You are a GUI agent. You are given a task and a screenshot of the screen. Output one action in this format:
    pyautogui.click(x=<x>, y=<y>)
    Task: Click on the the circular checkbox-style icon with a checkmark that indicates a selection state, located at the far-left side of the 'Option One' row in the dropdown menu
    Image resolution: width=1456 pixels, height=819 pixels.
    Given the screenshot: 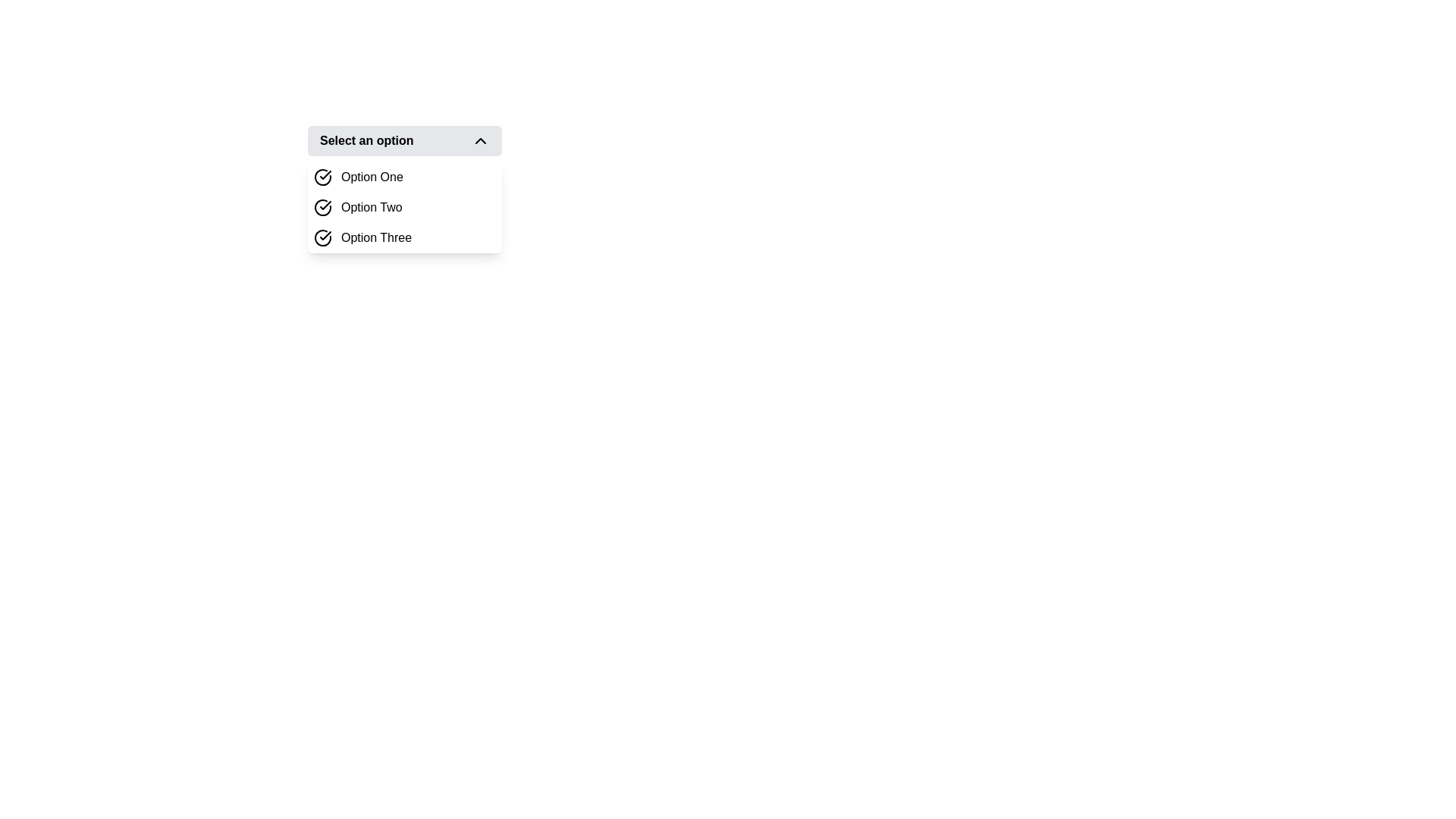 What is the action you would take?
    pyautogui.click(x=322, y=177)
    